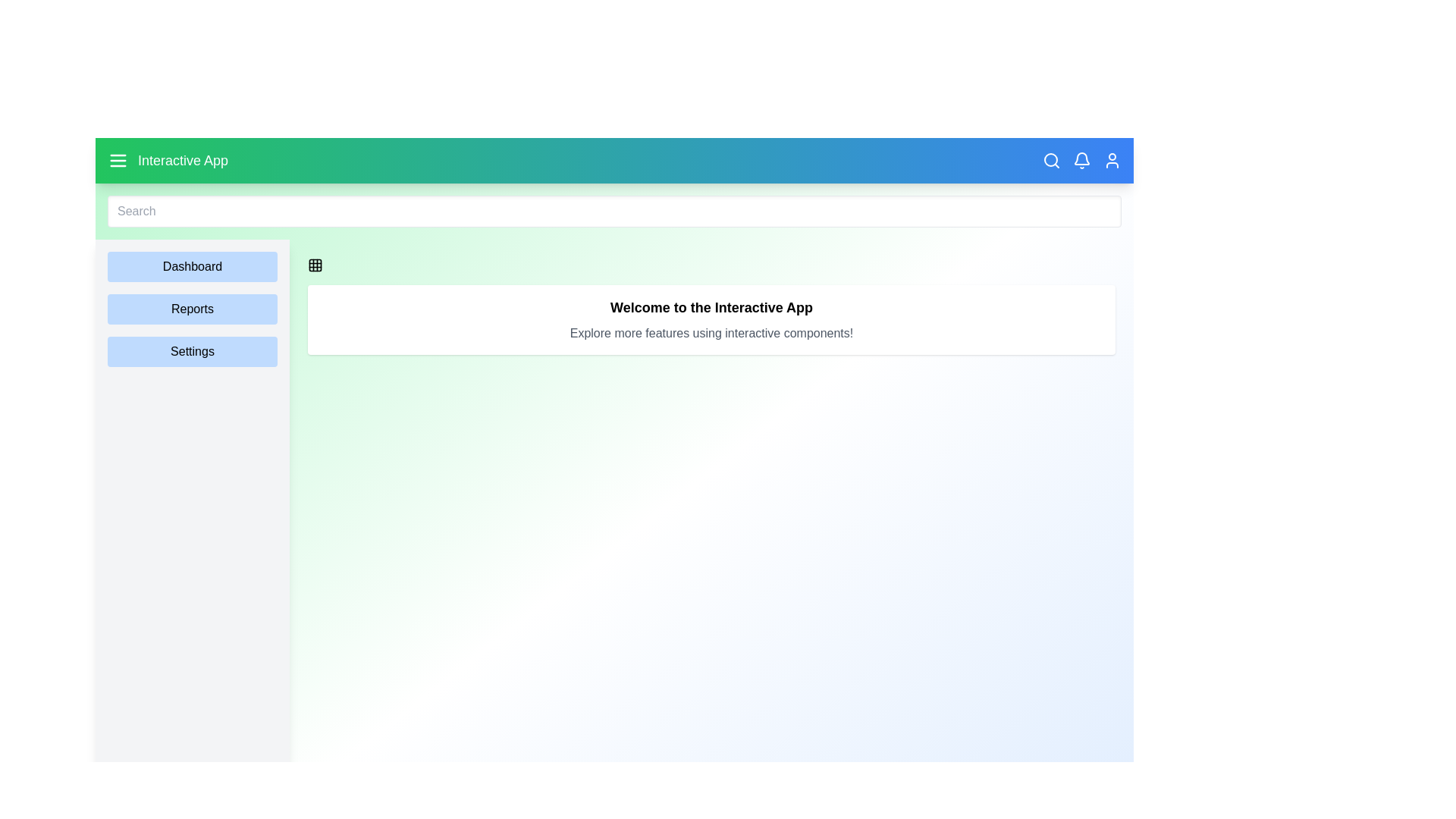  Describe the element at coordinates (1112, 161) in the screenshot. I see `the user icon to interact with it` at that location.